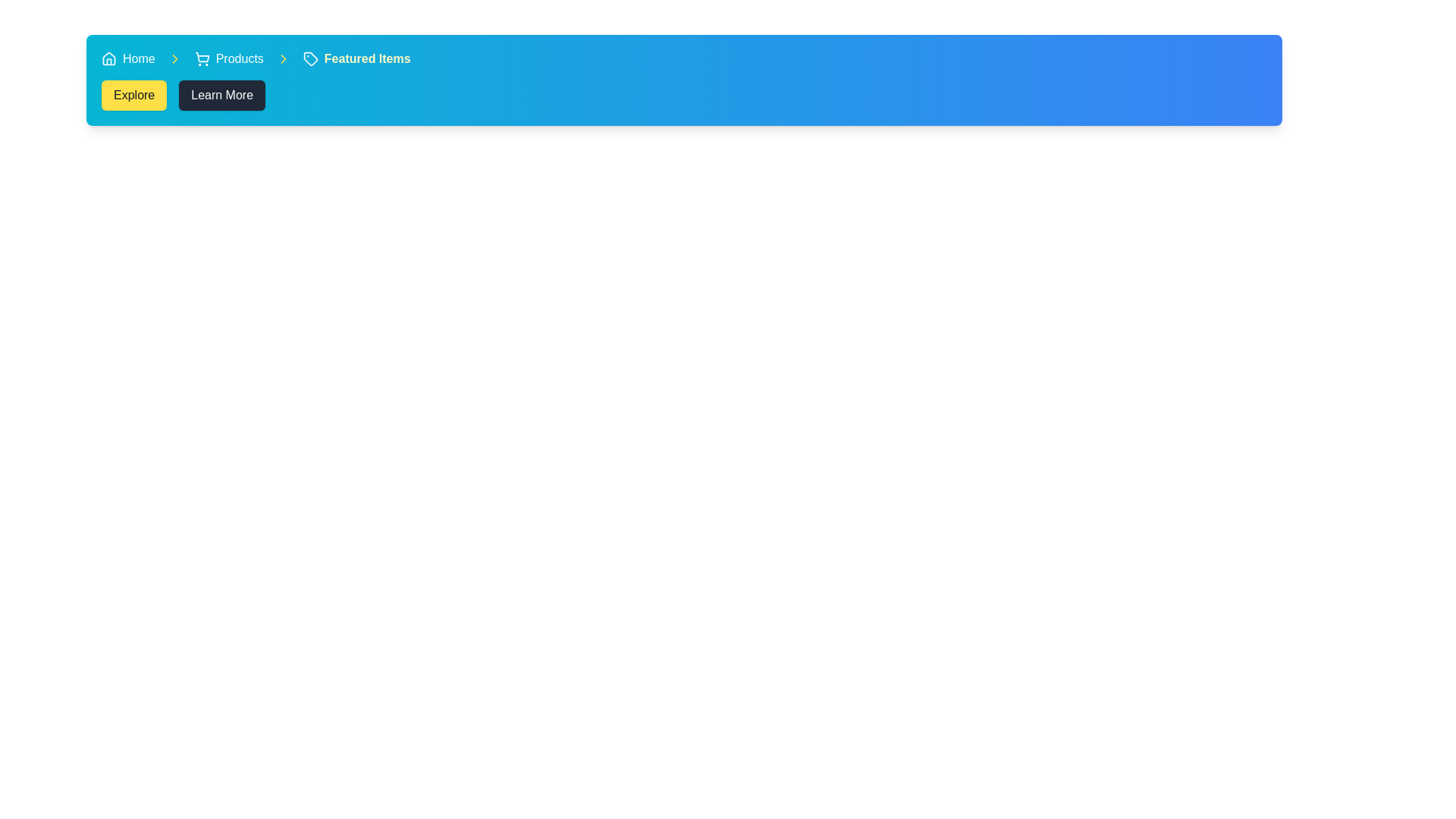  What do you see at coordinates (128, 58) in the screenshot?
I see `the 'Home' link in the breadcrumb navigation bar` at bounding box center [128, 58].